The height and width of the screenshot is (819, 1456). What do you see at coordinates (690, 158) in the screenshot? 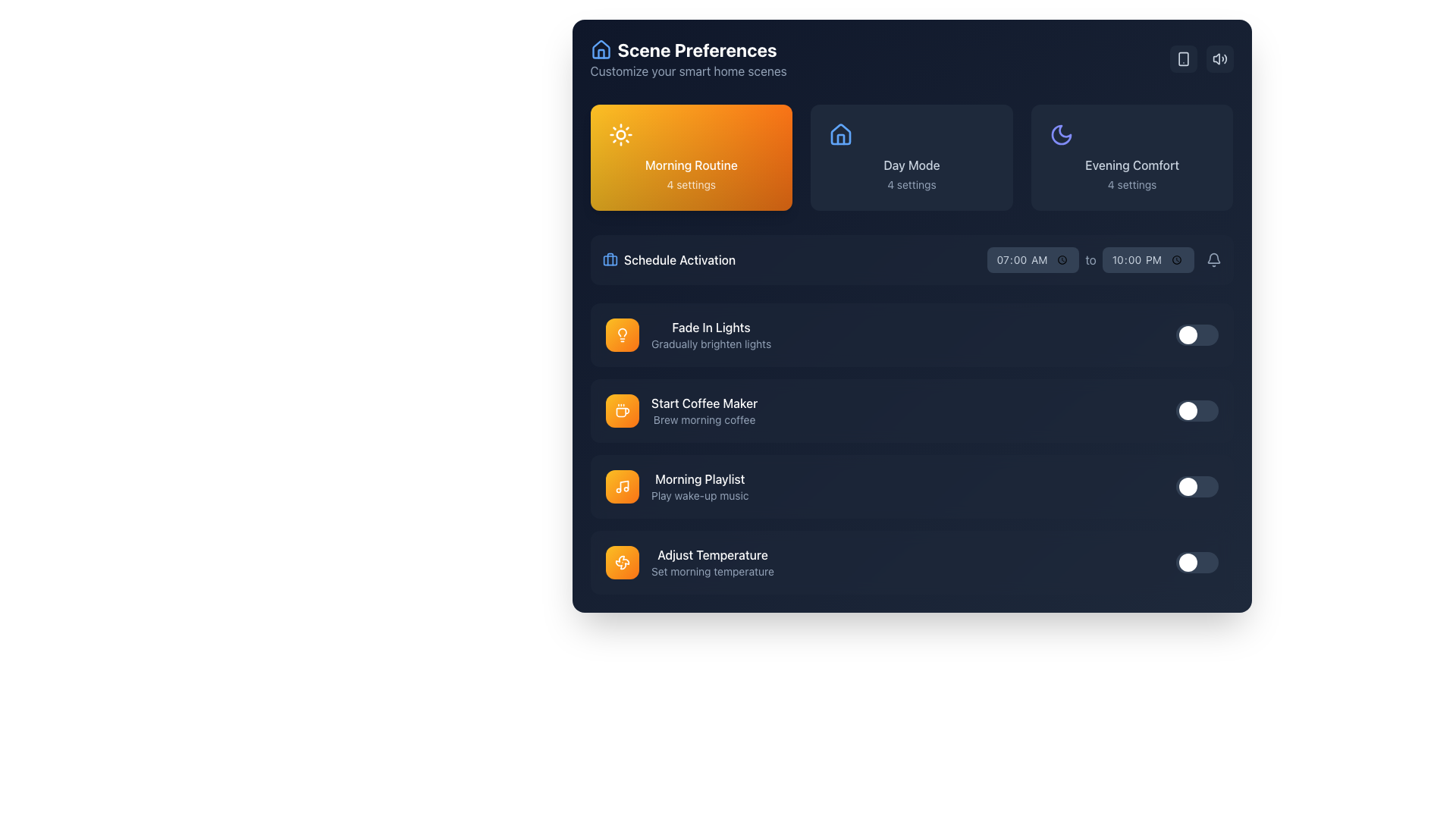
I see `the rectangular button labeled 'Morning Routine' with a gradient background transitioning from amber to orange` at bounding box center [690, 158].